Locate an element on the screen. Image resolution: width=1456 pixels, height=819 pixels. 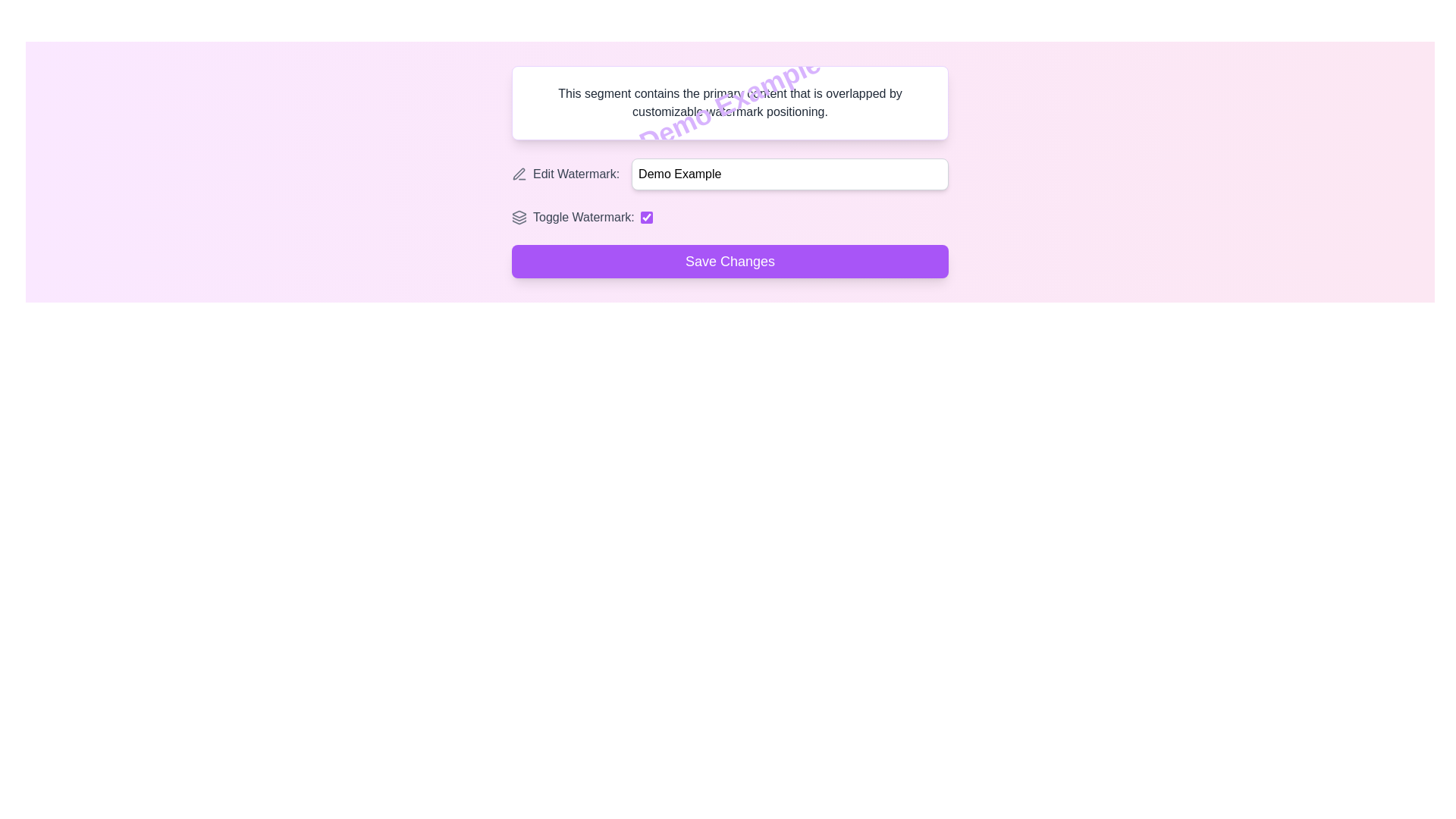
the non-interactive edit icon located under the label 'Edit Watermark:', which visually indicates the edit function associated with the nearby input field is located at coordinates (519, 173).